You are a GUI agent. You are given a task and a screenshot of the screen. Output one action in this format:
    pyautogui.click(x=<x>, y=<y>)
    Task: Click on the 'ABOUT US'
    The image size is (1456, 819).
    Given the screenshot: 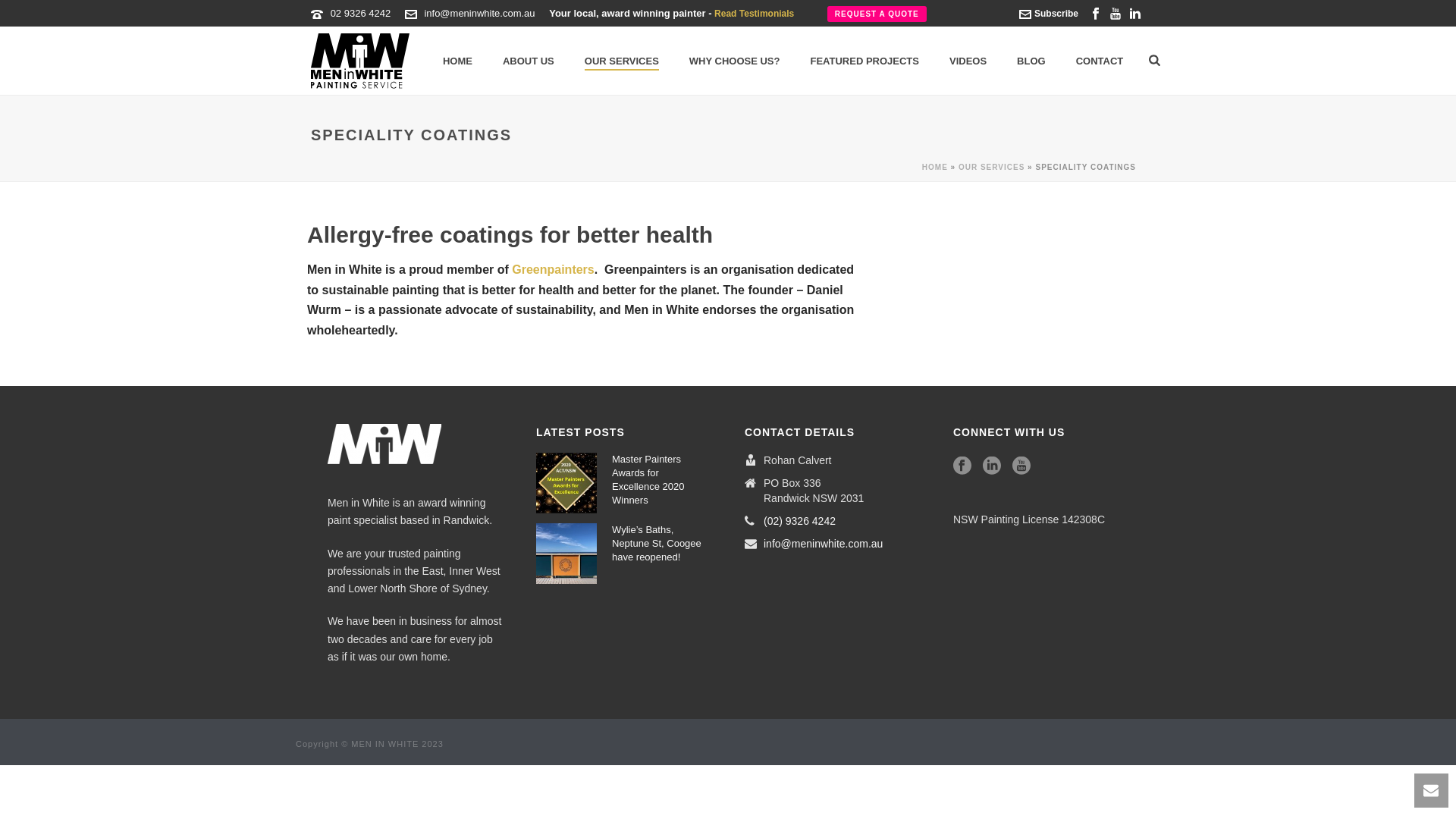 What is the action you would take?
    pyautogui.click(x=528, y=61)
    